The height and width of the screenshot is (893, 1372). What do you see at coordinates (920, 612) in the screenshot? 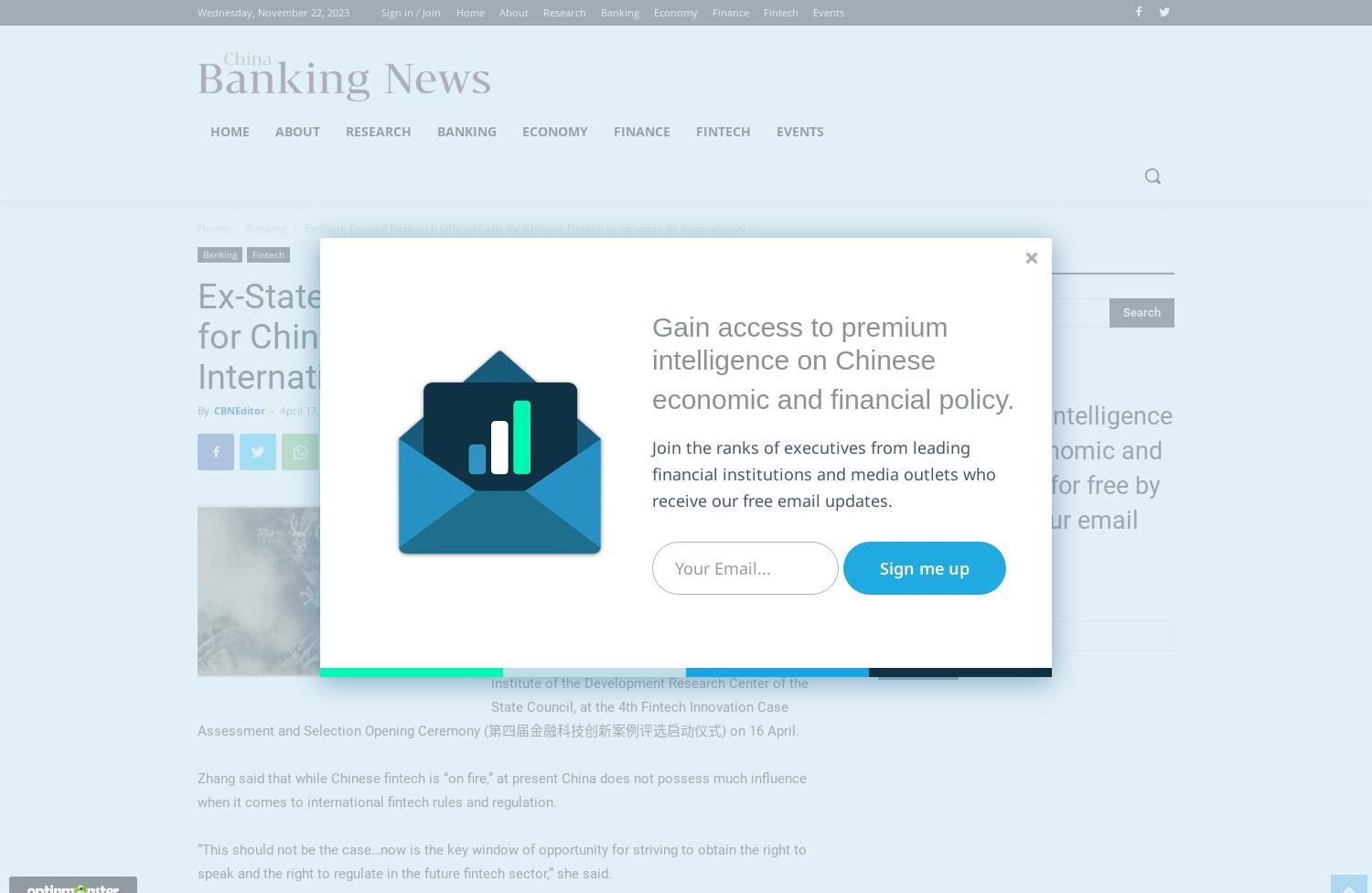
I see `'Email Address'` at bounding box center [920, 612].